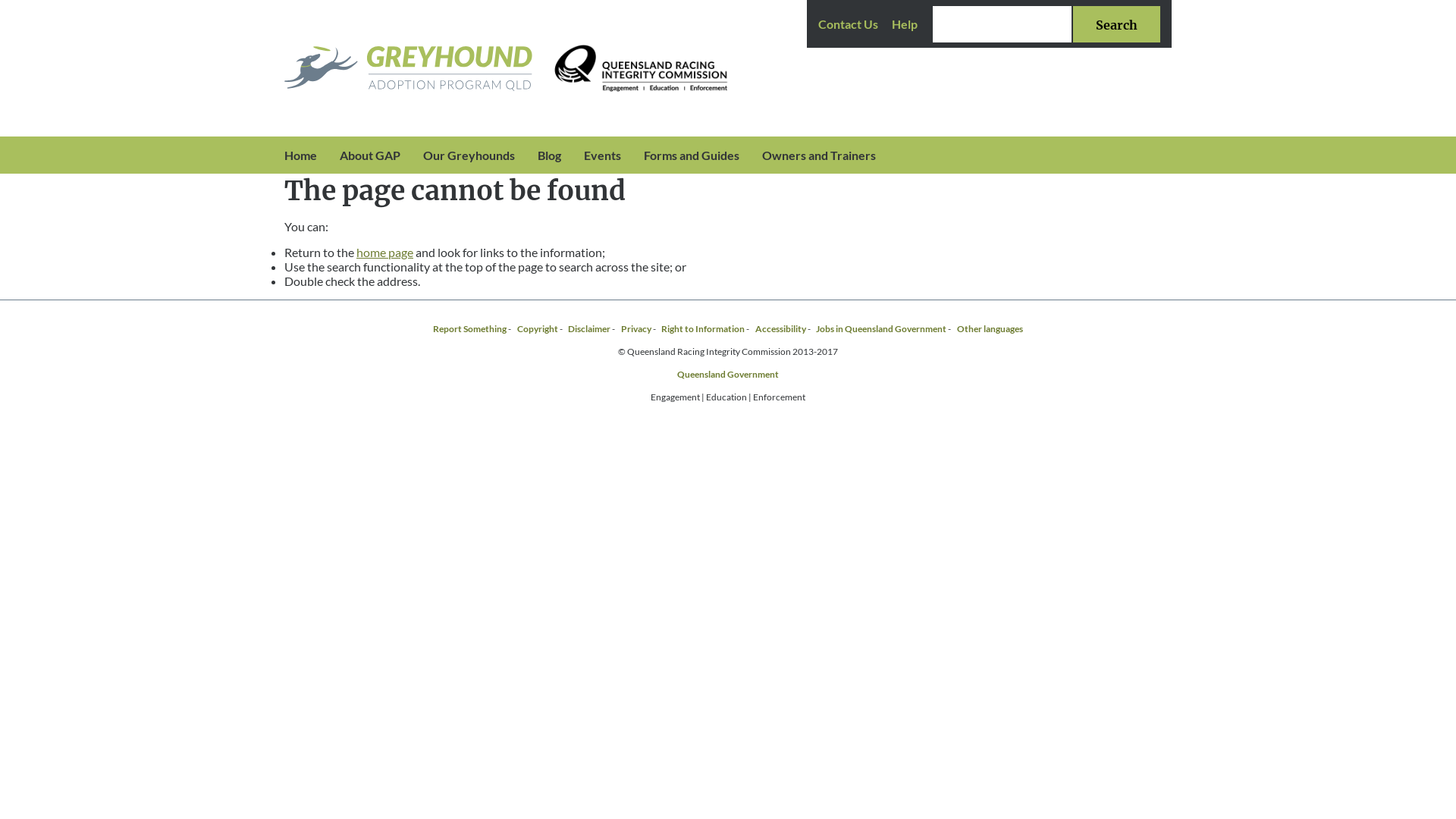  I want to click on 'Contact Us', so click(847, 24).